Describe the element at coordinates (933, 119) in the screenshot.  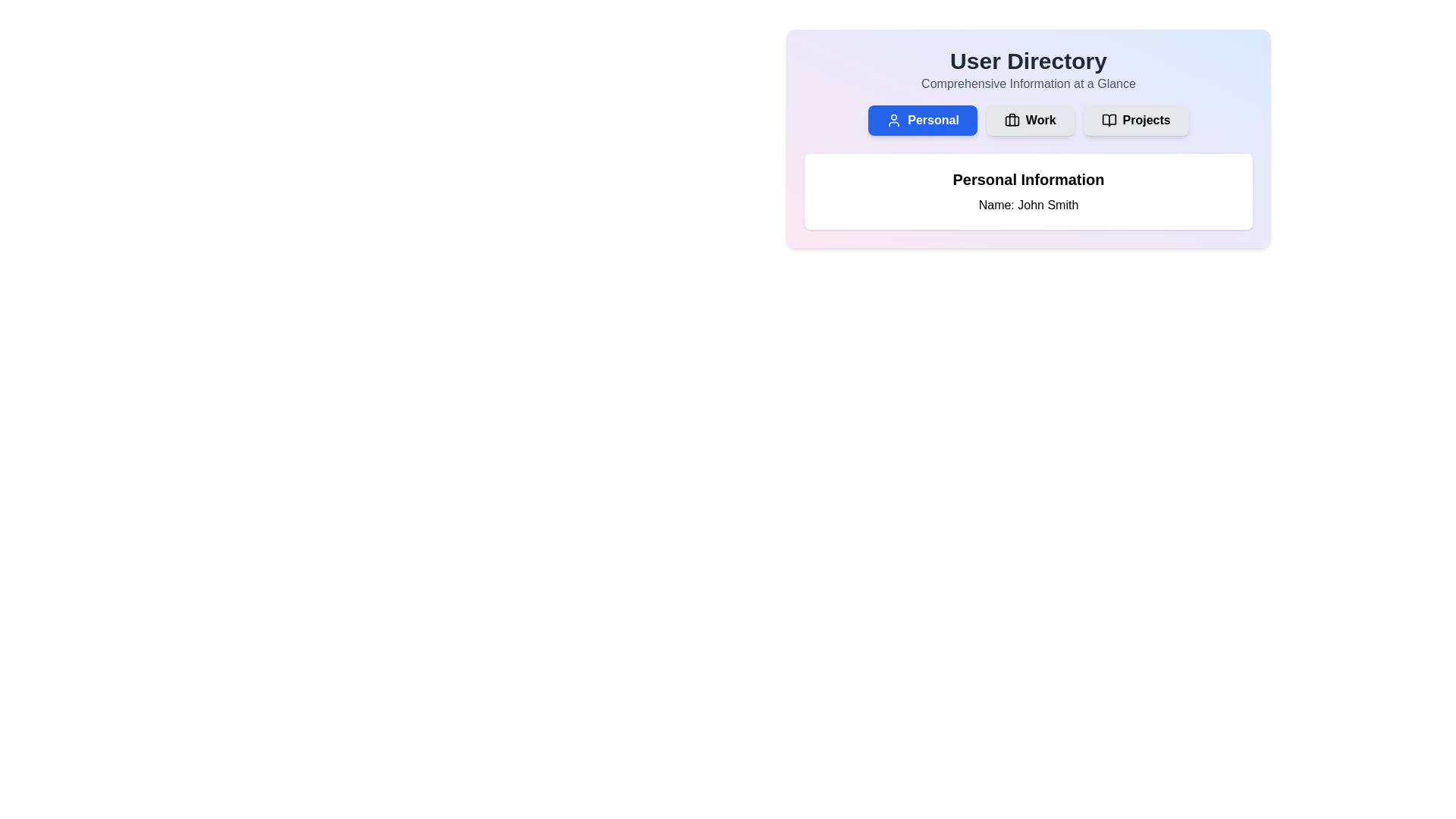
I see `the text label that indicates 'Personal' content, located in the top left corner of the first button in the button group near the top-center of the interface` at that location.